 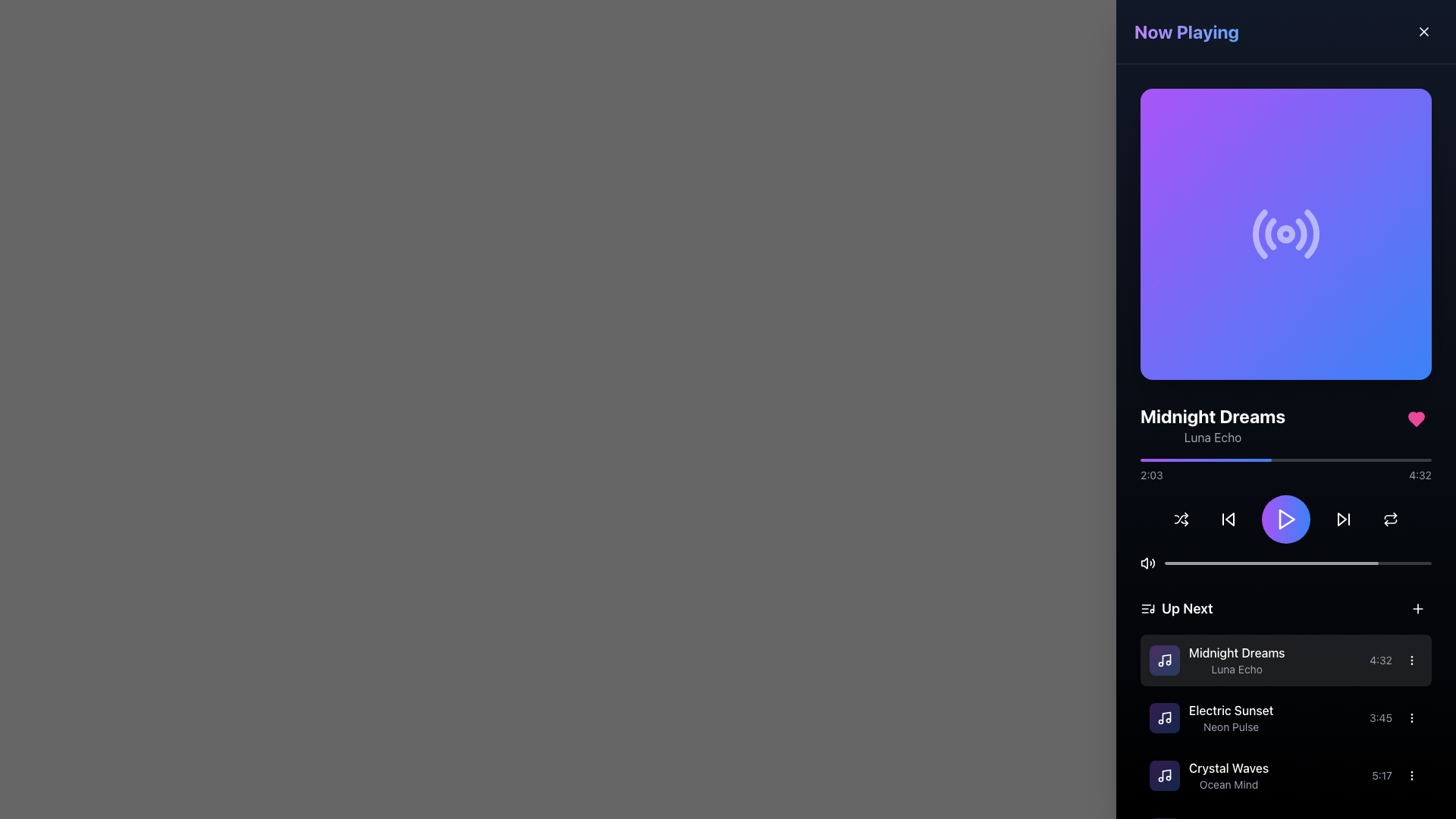 What do you see at coordinates (1181, 519) in the screenshot?
I see `the shuffle icon, which features interleaved arrows in a minimalistic design` at bounding box center [1181, 519].